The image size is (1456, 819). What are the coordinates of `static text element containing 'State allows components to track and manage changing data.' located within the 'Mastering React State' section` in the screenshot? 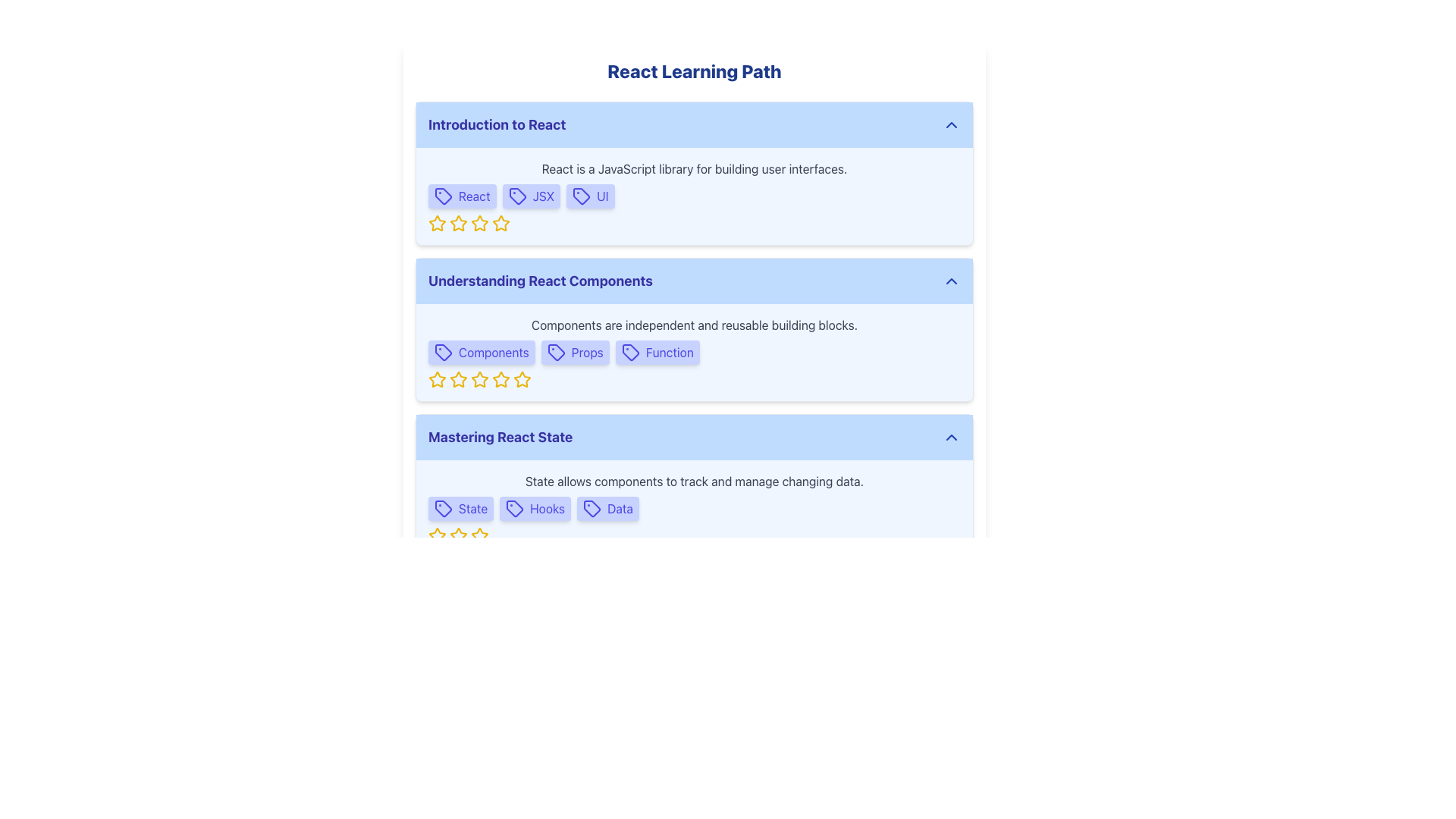 It's located at (694, 482).